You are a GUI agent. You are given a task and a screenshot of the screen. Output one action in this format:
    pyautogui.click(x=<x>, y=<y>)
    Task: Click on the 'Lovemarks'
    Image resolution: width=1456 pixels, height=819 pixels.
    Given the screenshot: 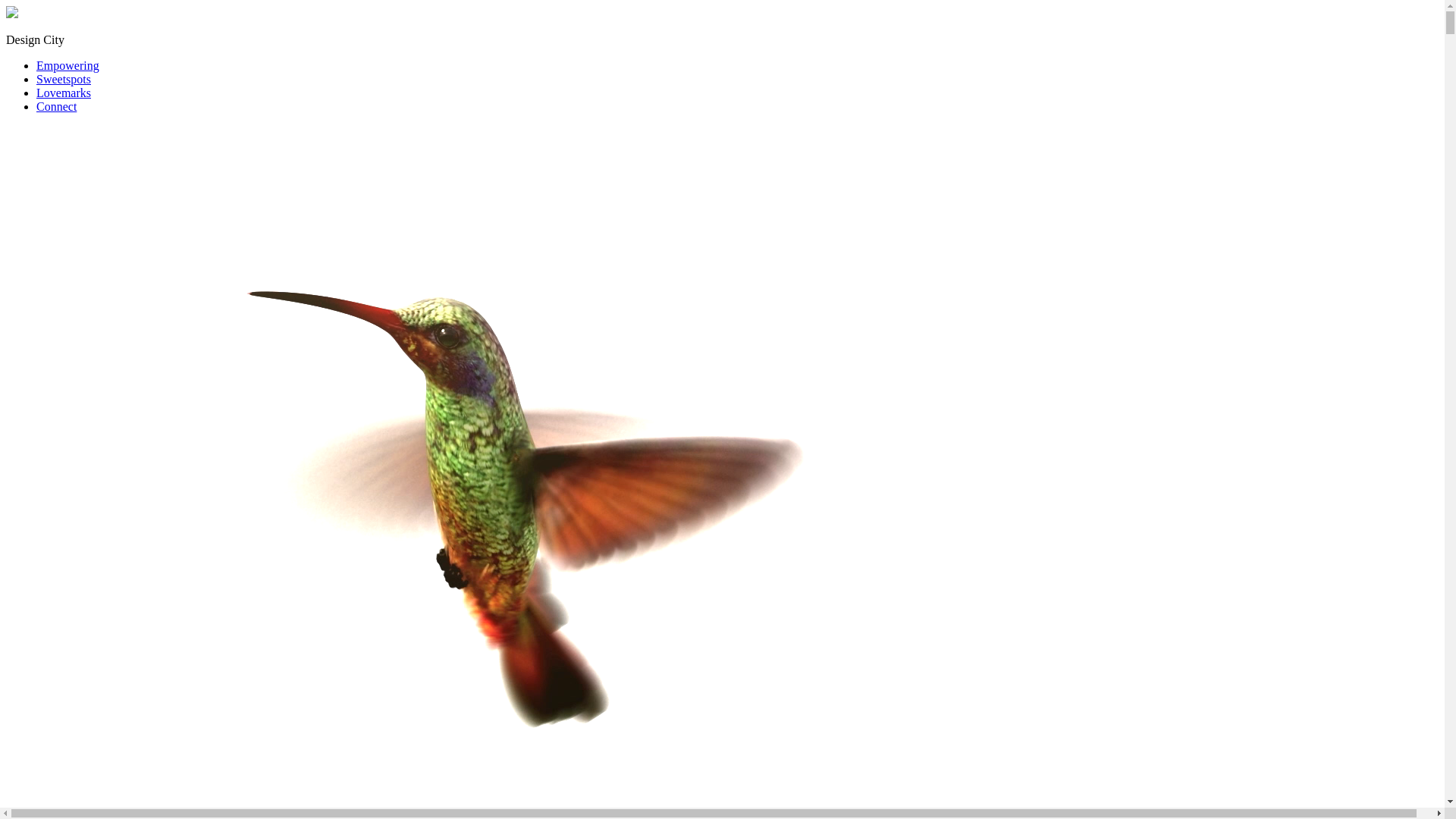 What is the action you would take?
    pyautogui.click(x=62, y=93)
    